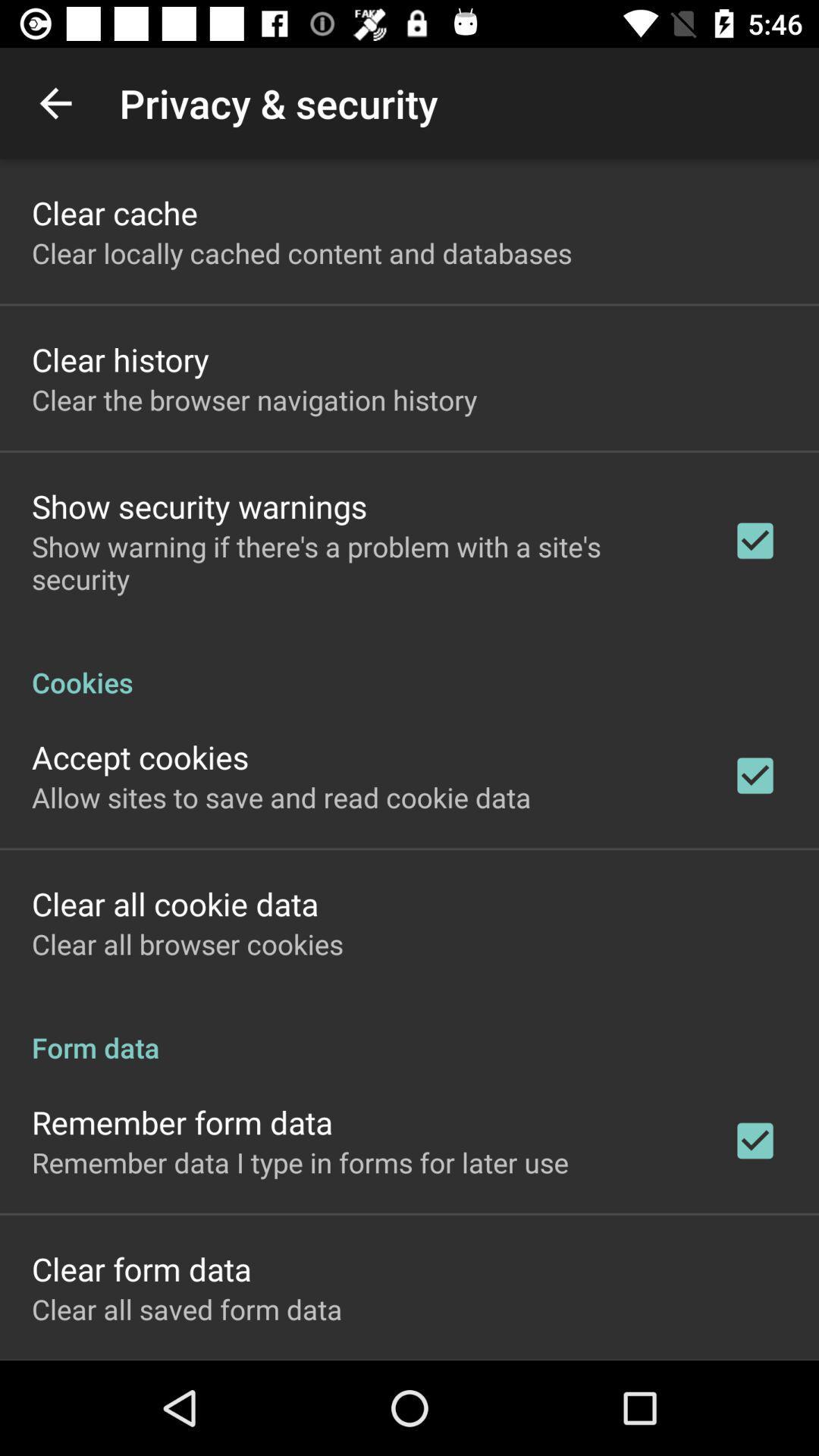  Describe the element at coordinates (55, 102) in the screenshot. I see `the item next to privacy & security` at that location.